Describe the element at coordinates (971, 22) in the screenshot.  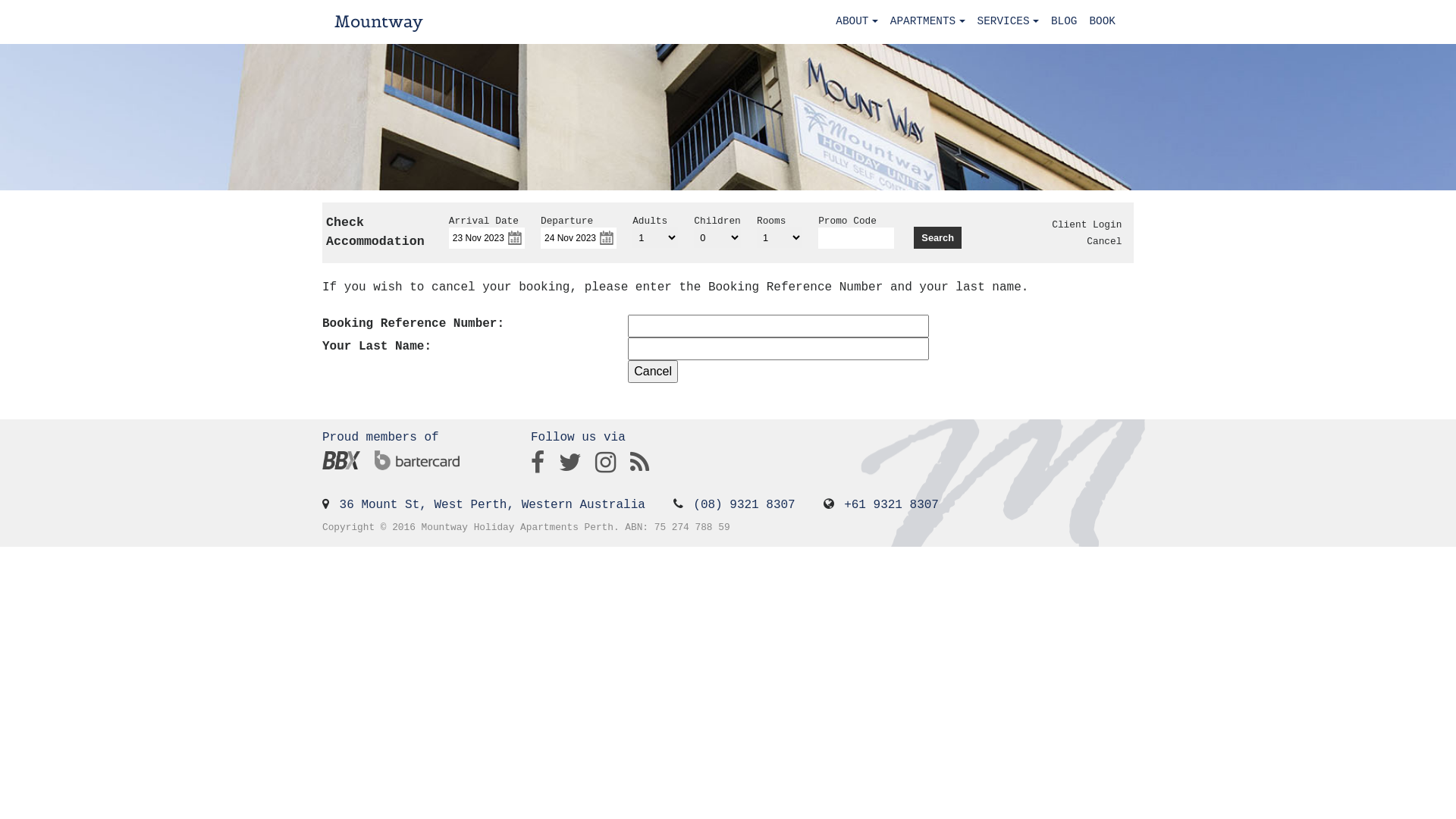
I see `'SERVICES'` at that location.